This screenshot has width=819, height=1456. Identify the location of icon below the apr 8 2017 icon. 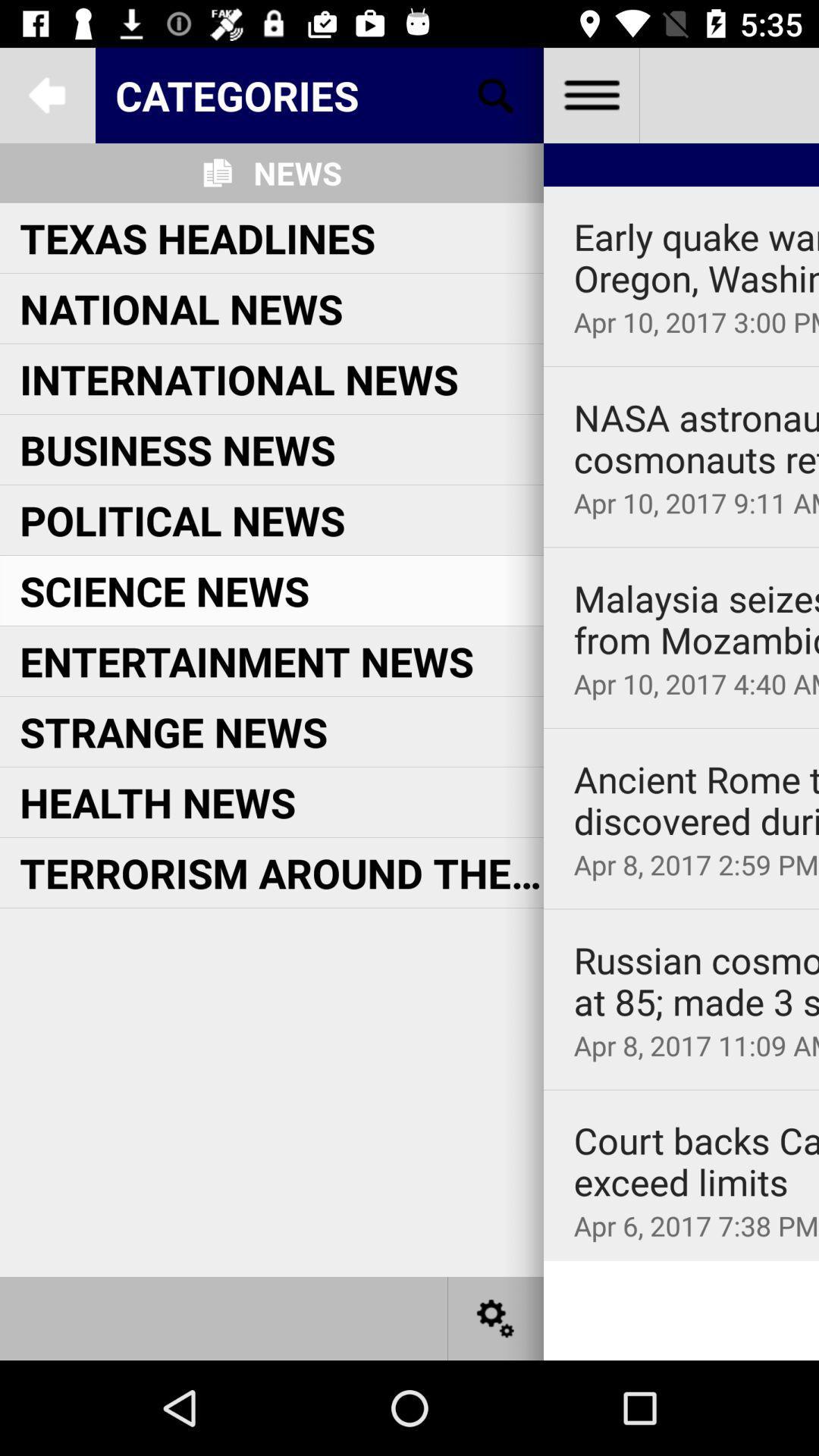
(680, 1089).